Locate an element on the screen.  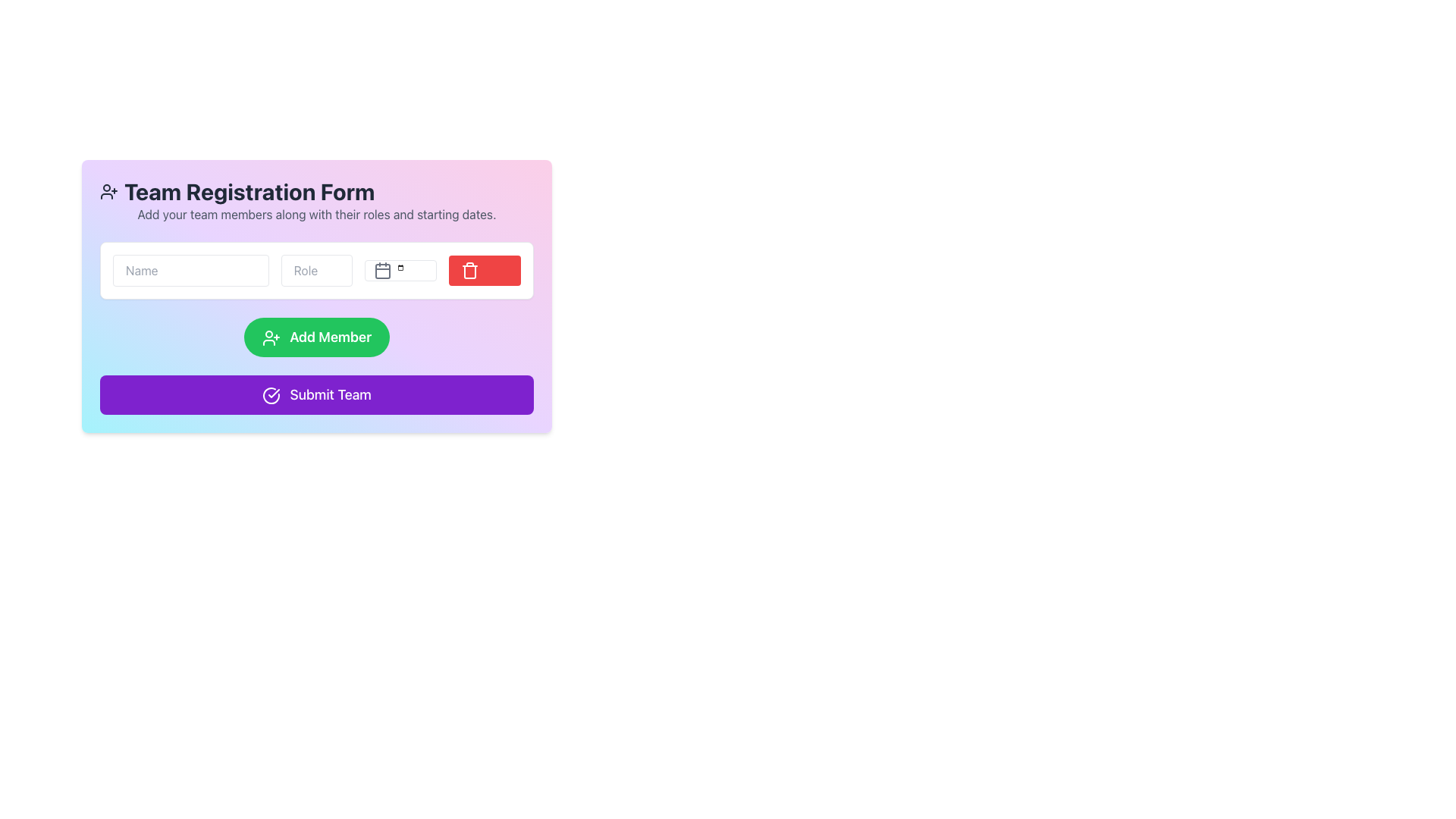
the calendar icon that indicates the adjacent input field accepts date-type data is located at coordinates (383, 270).